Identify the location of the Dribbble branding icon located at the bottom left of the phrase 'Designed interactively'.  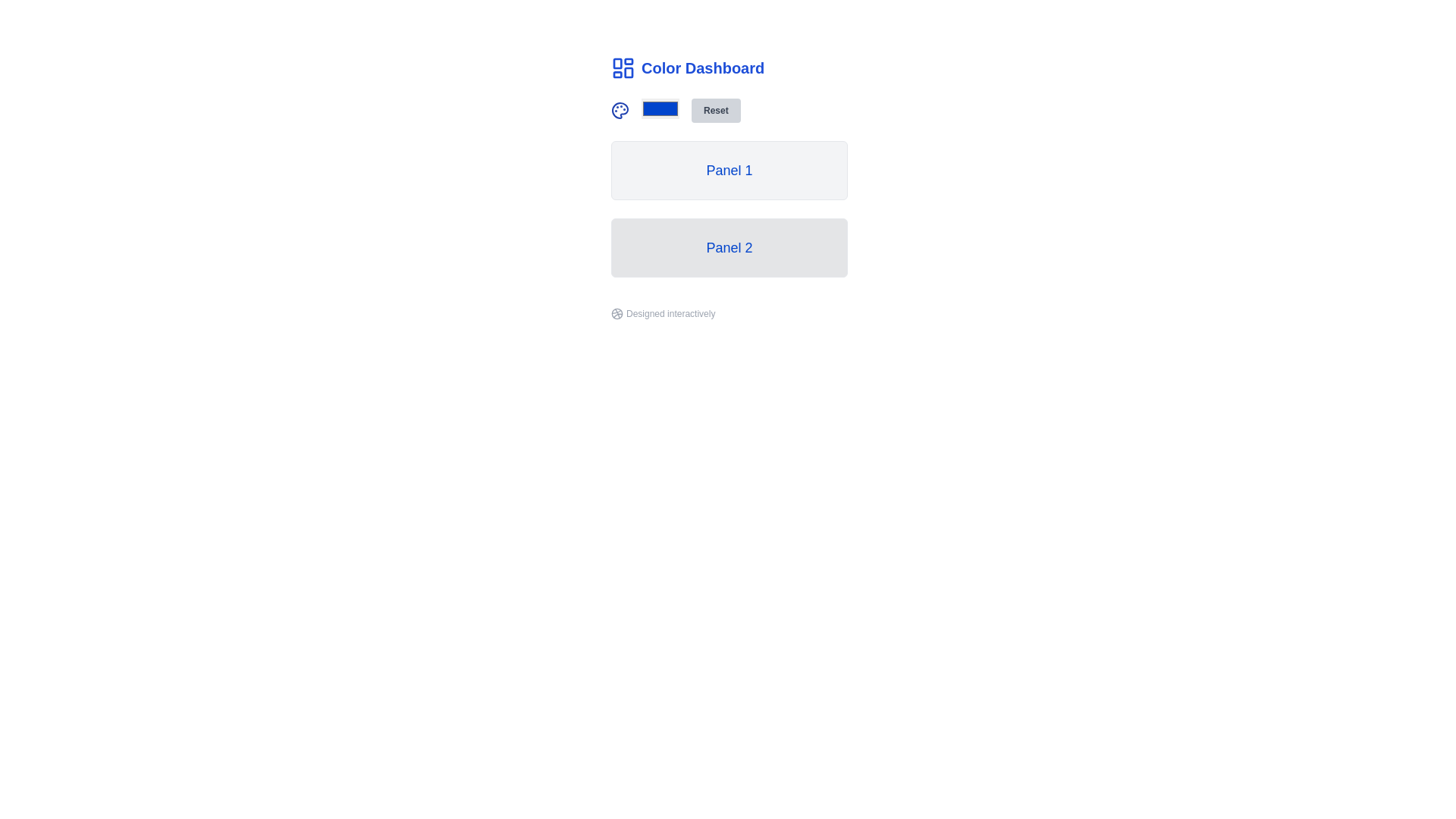
(617, 312).